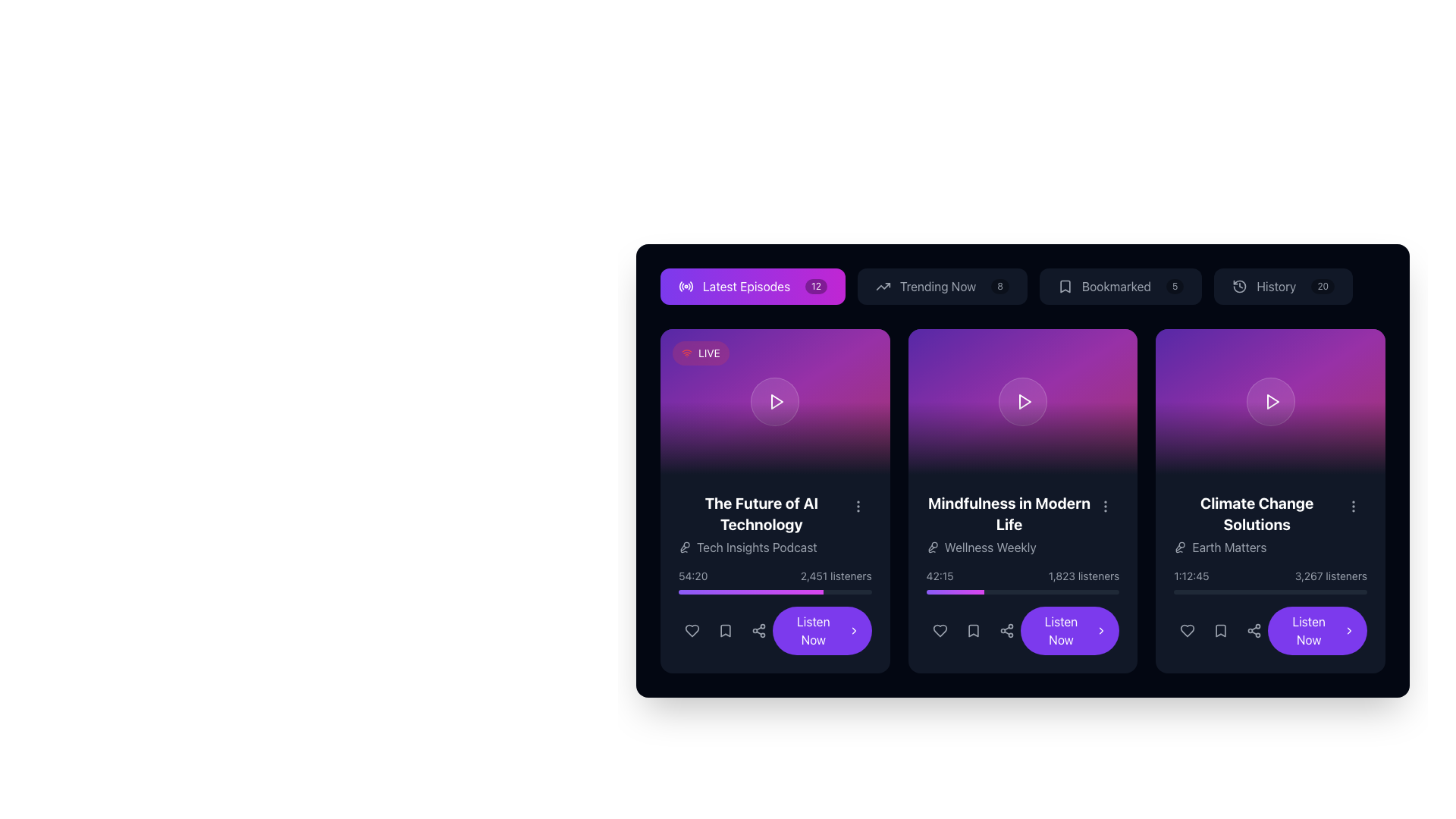  I want to click on the Text Display element showcasing the title and subtitle of the podcast episode, located, so click(775, 523).